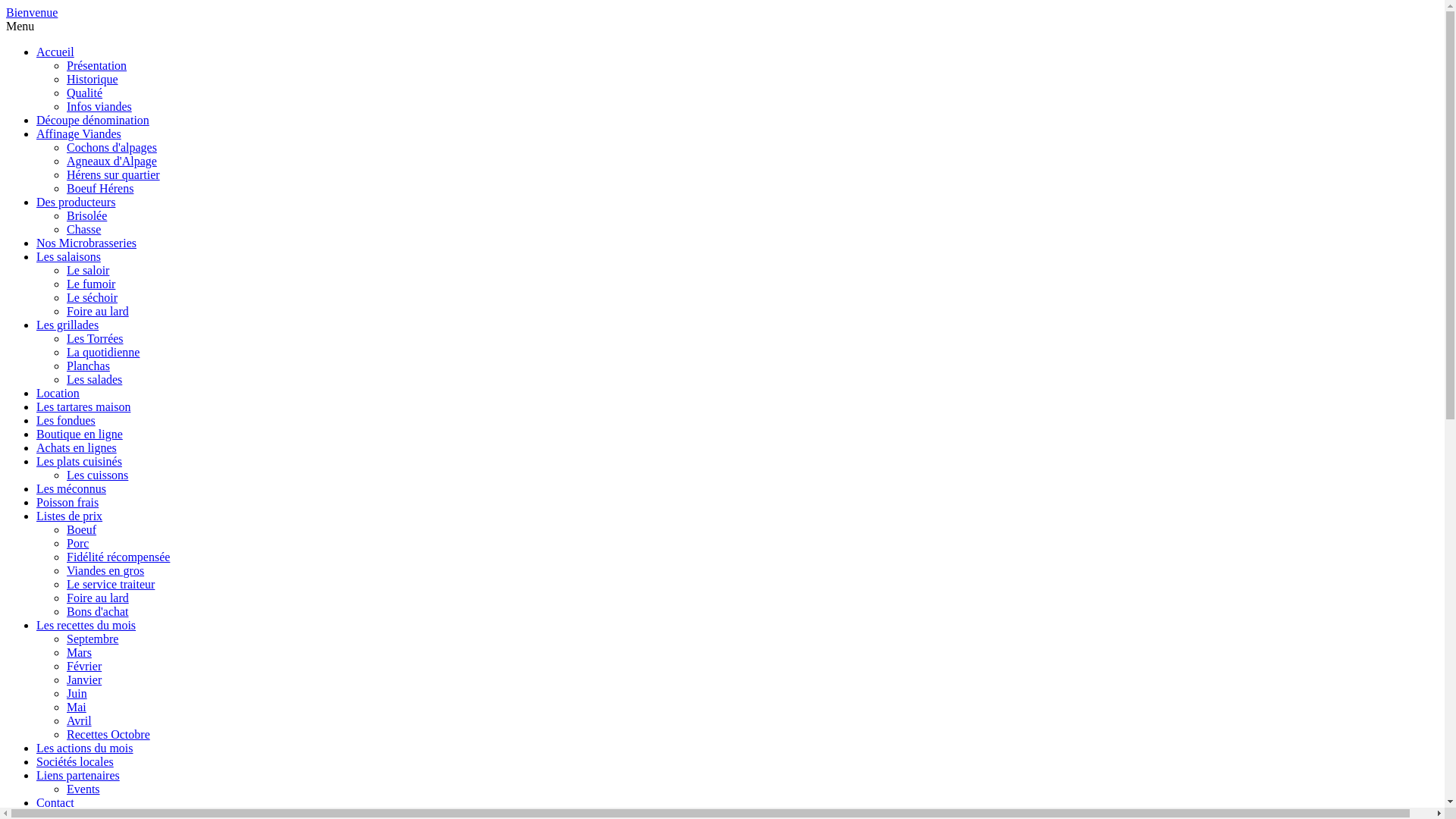  I want to click on 'Historique', so click(91, 79).